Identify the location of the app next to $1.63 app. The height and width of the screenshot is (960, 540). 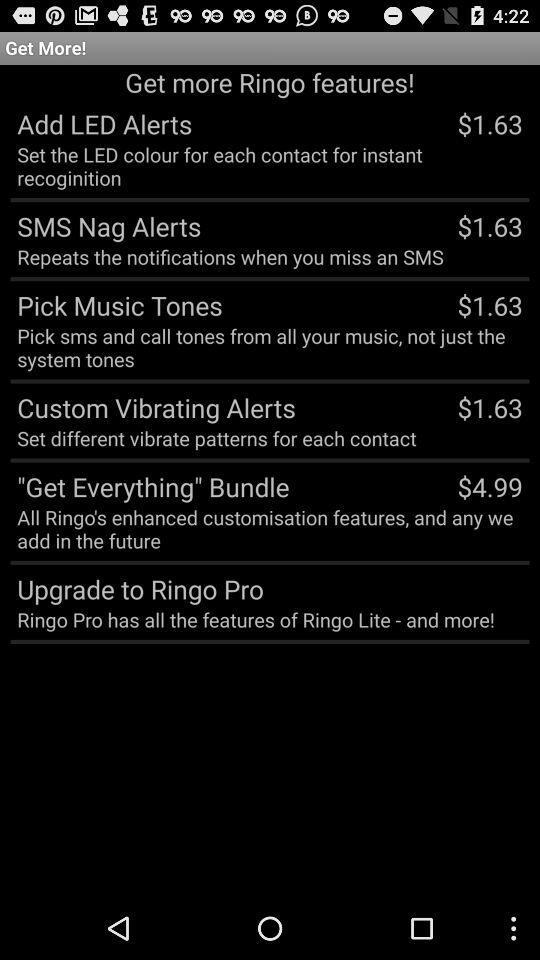
(215, 438).